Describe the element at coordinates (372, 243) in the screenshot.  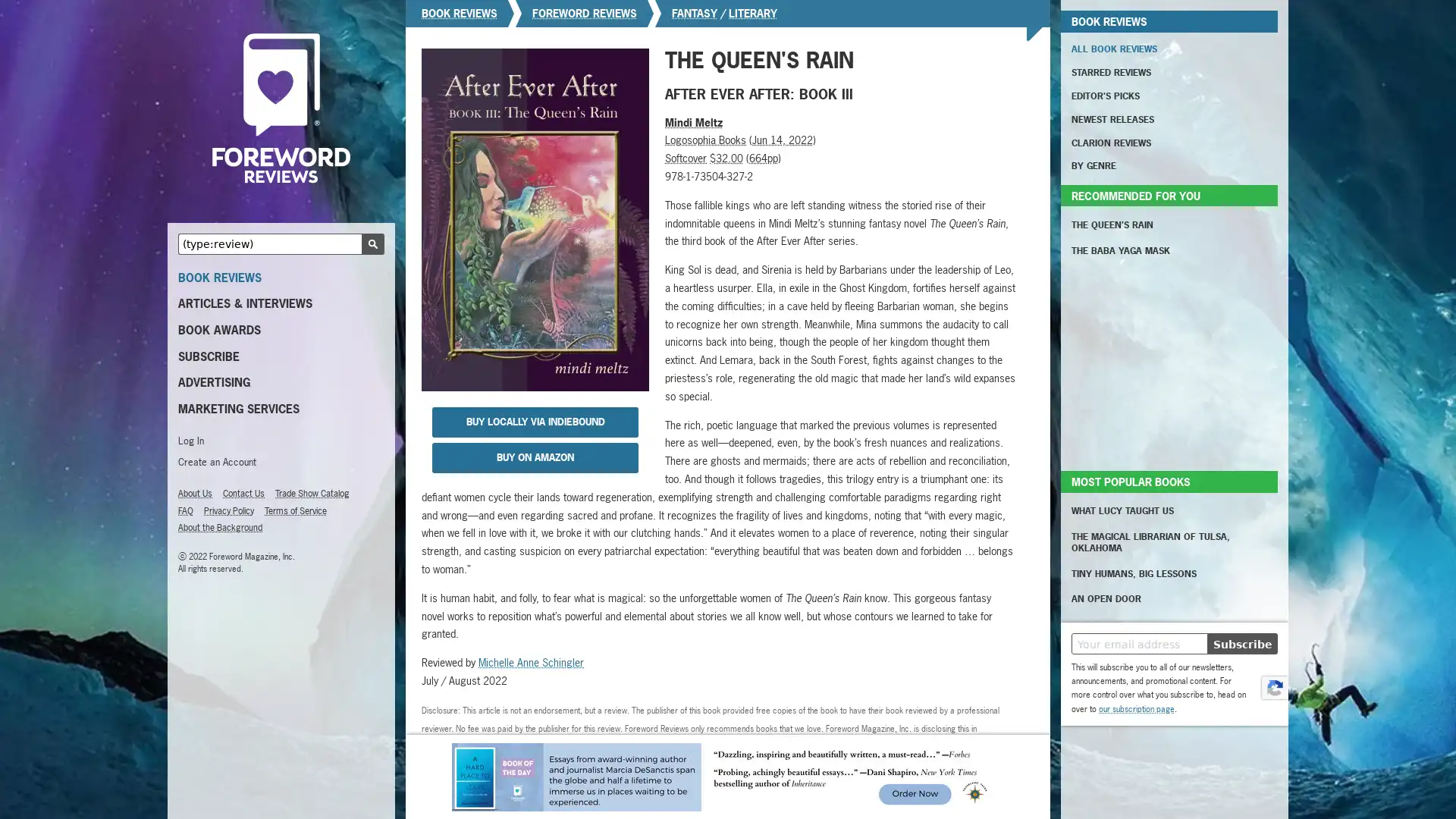
I see `Search` at that location.